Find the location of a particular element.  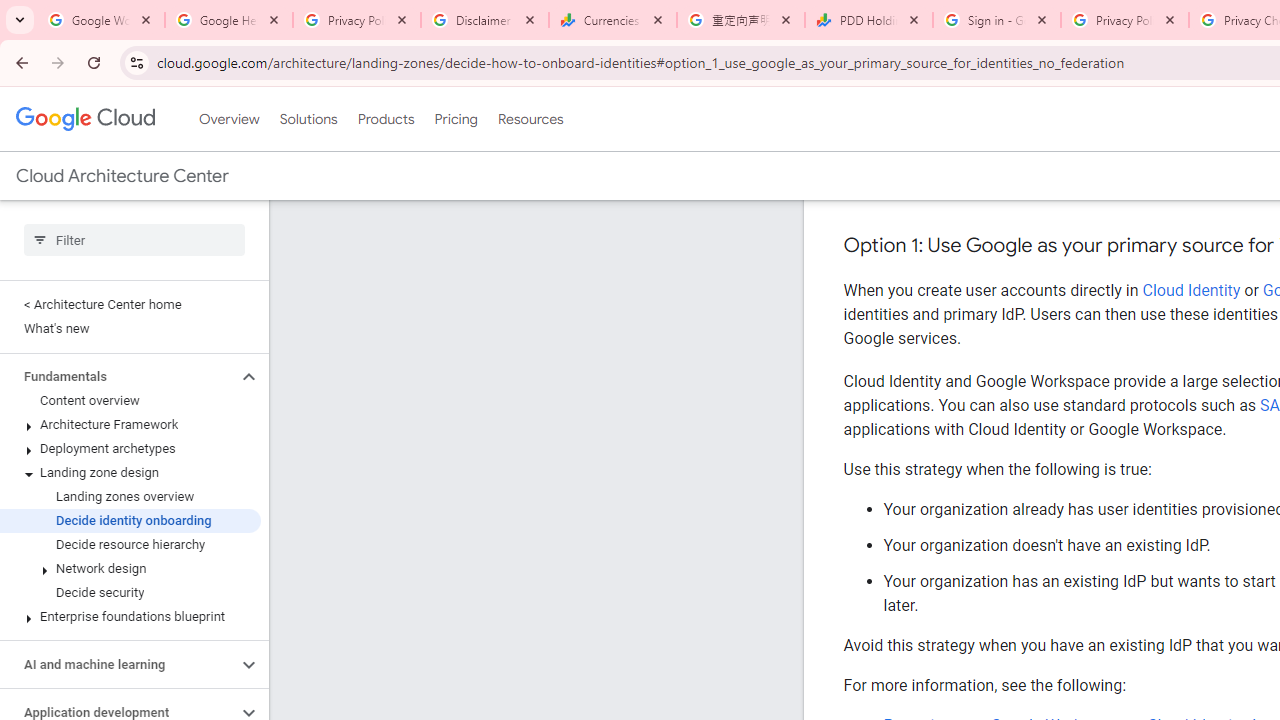

'Cloud Architecture Center' is located at coordinates (121, 175).